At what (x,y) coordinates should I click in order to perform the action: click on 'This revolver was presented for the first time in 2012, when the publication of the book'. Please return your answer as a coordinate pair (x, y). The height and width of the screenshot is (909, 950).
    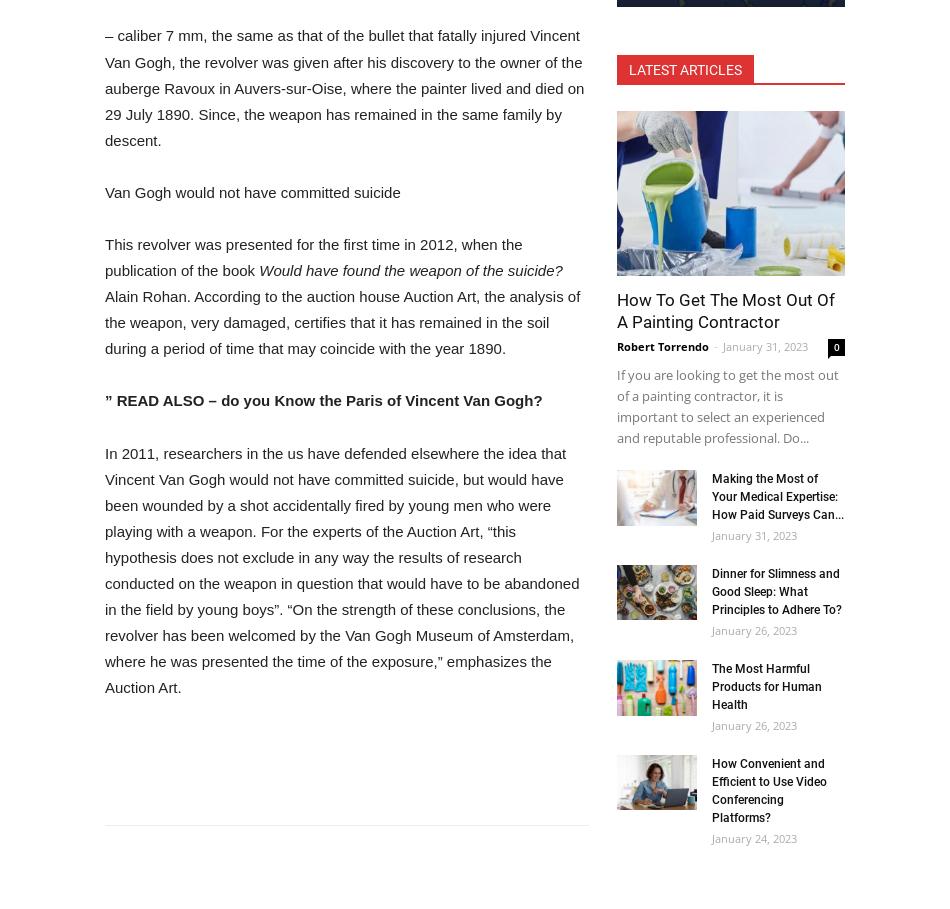
    Looking at the image, I should click on (312, 257).